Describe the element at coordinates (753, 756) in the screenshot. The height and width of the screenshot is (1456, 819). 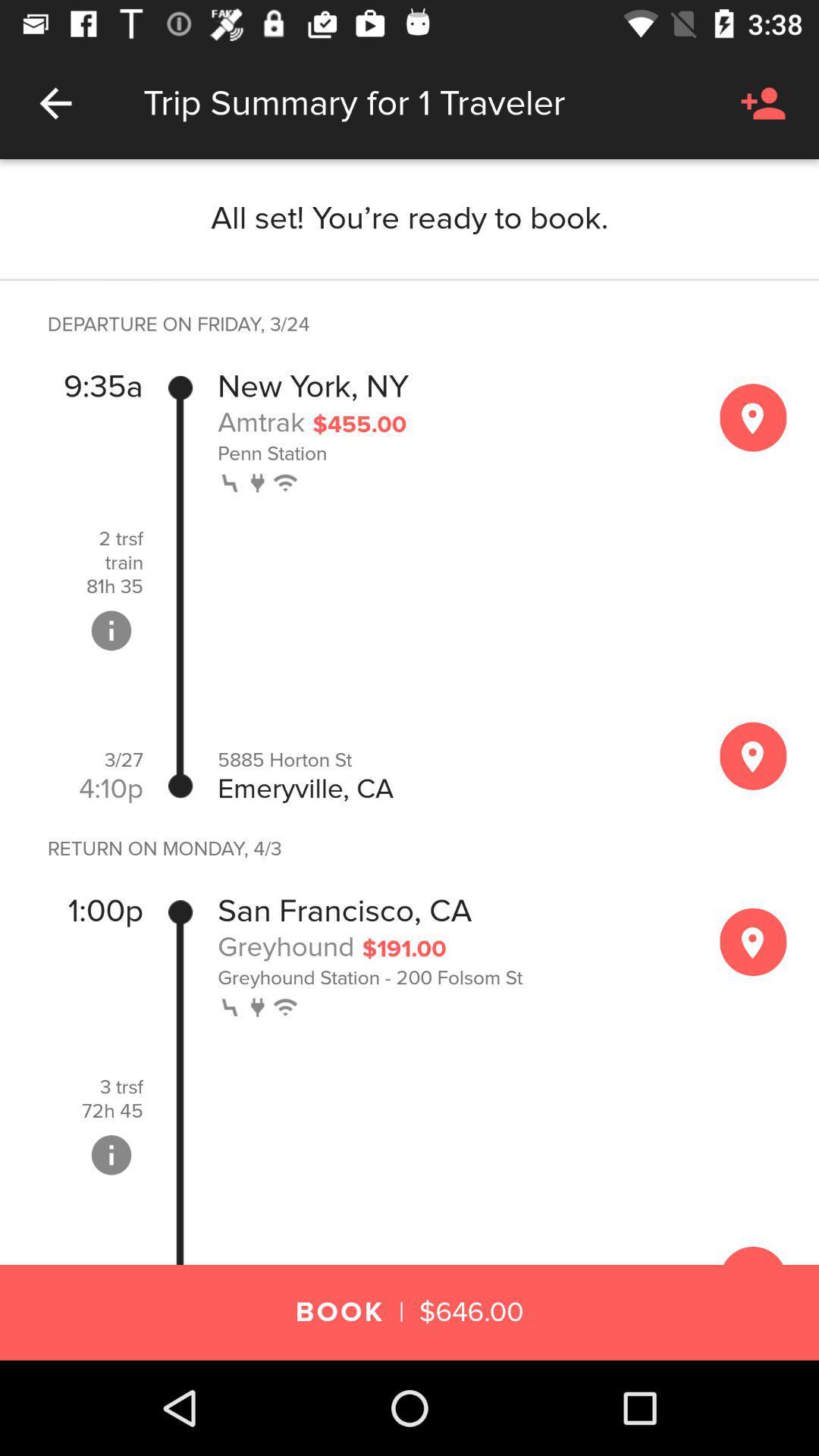
I see `see map of area` at that location.